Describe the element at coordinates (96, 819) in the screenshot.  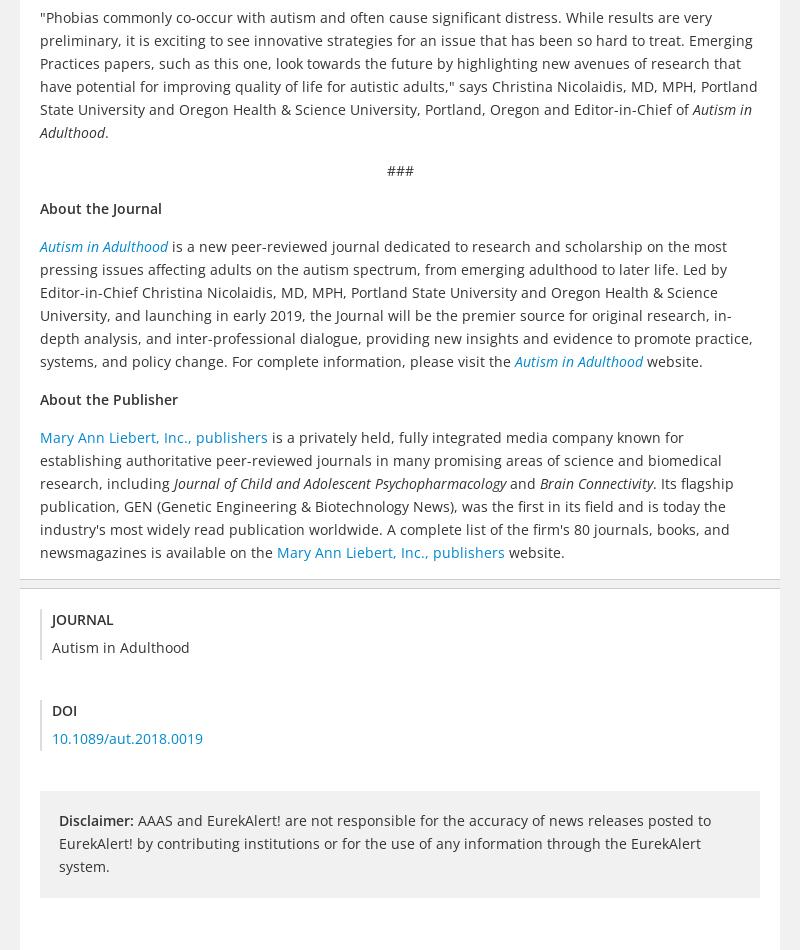
I see `'Disclaimer:'` at that location.